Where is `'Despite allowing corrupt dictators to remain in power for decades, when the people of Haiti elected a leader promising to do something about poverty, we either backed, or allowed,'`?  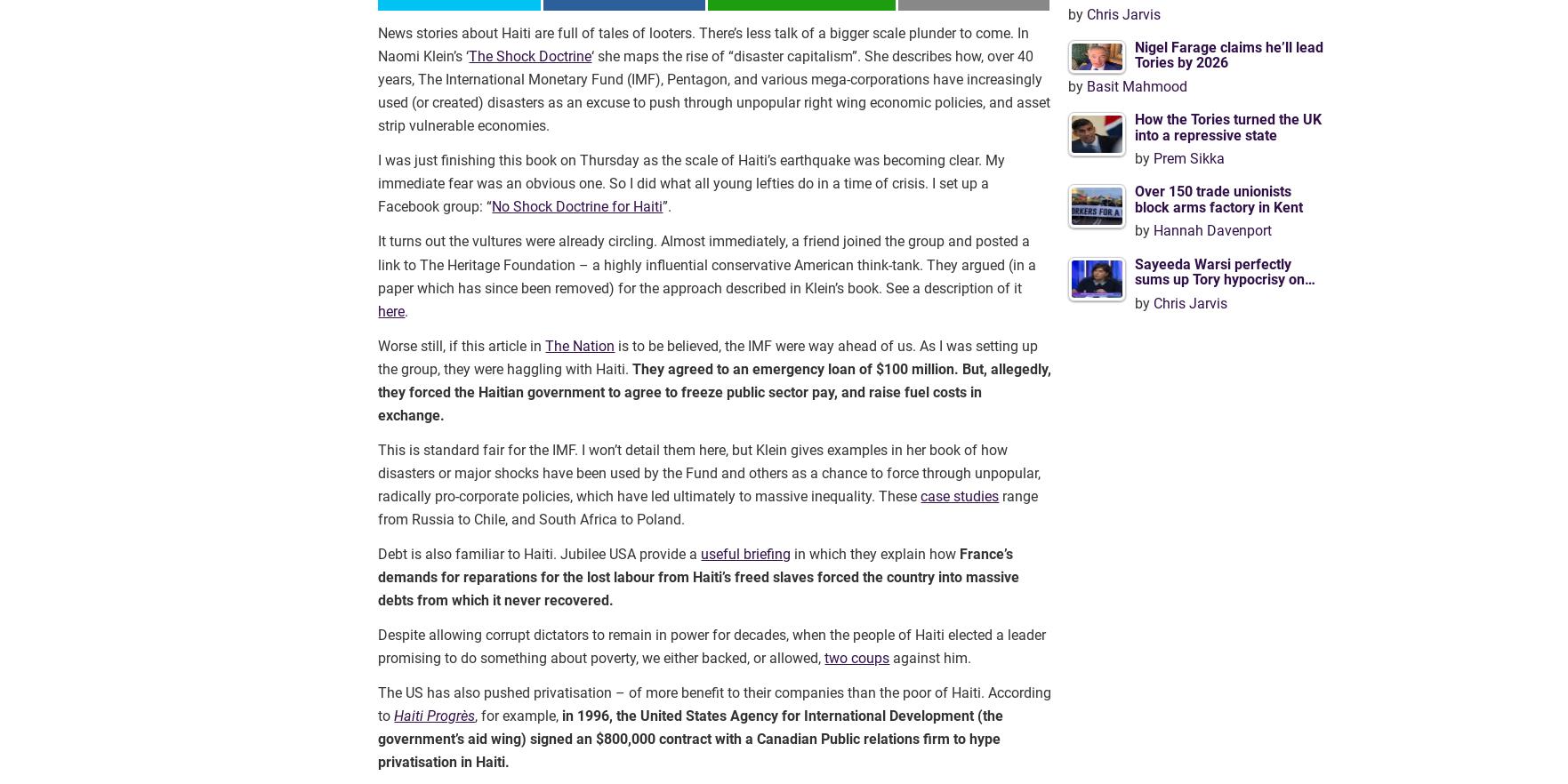
'Despite allowing corrupt dictators to remain in power for decades, when the people of Haiti elected a leader promising to do something about poverty, we either backed, or allowed,' is located at coordinates (712, 645).